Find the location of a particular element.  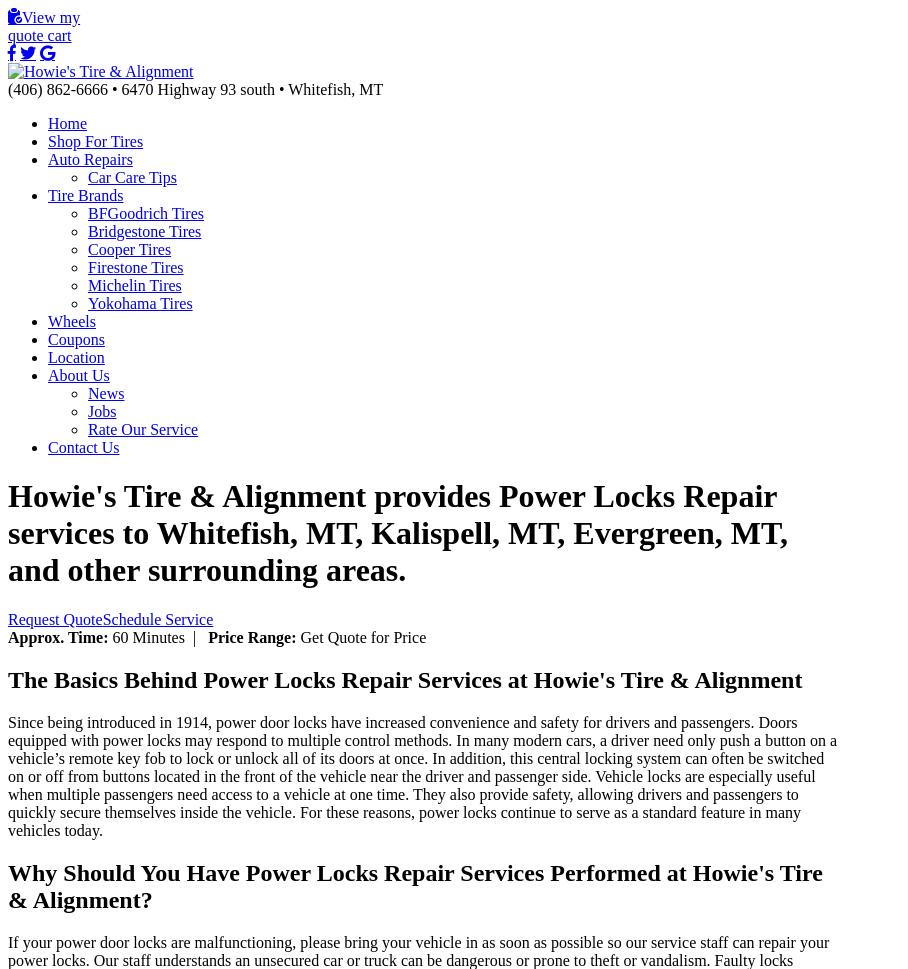

'Tire Brands' is located at coordinates (84, 195).